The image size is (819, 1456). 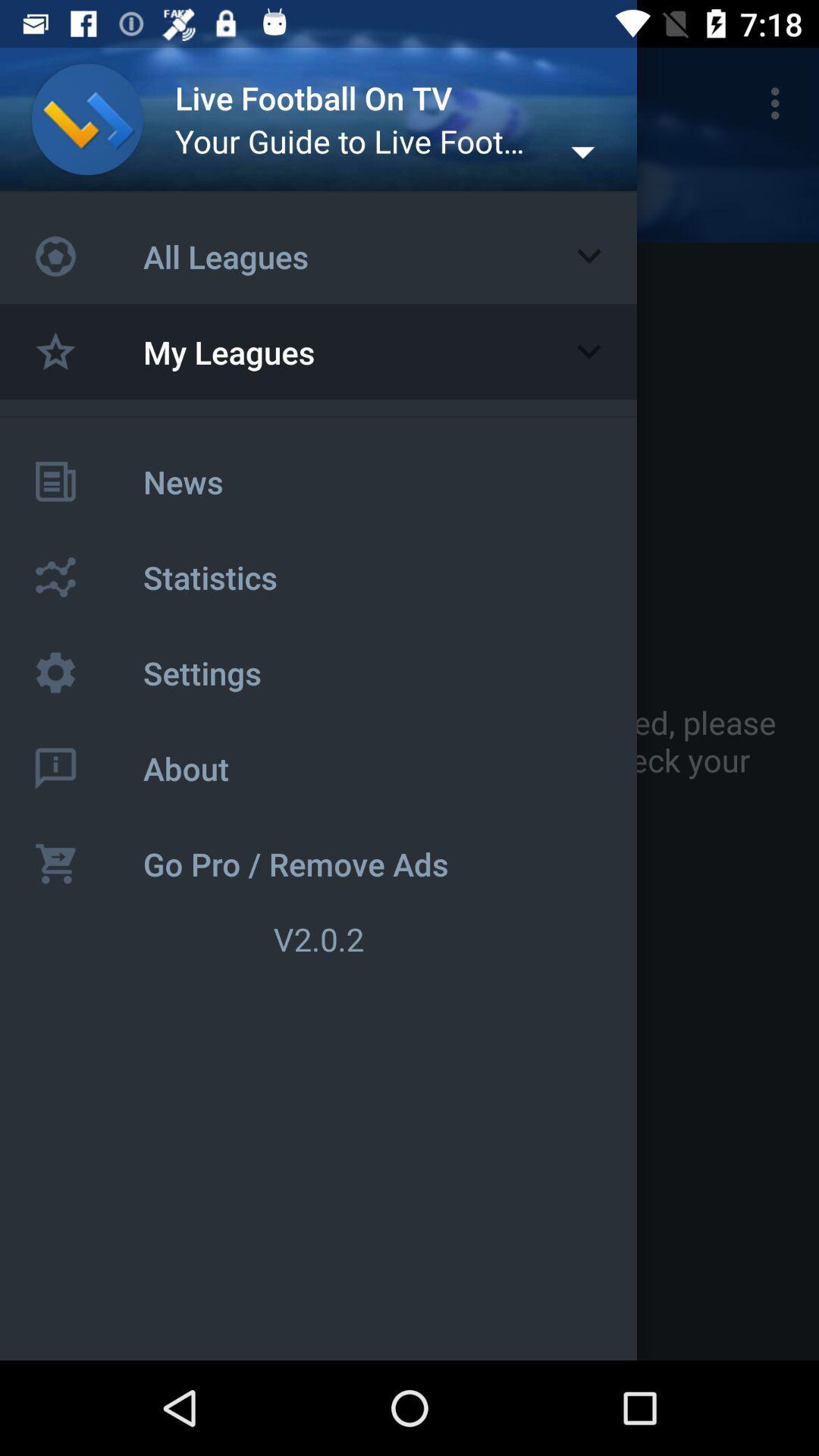 What do you see at coordinates (55, 102) in the screenshot?
I see `the icon next to the live football on` at bounding box center [55, 102].